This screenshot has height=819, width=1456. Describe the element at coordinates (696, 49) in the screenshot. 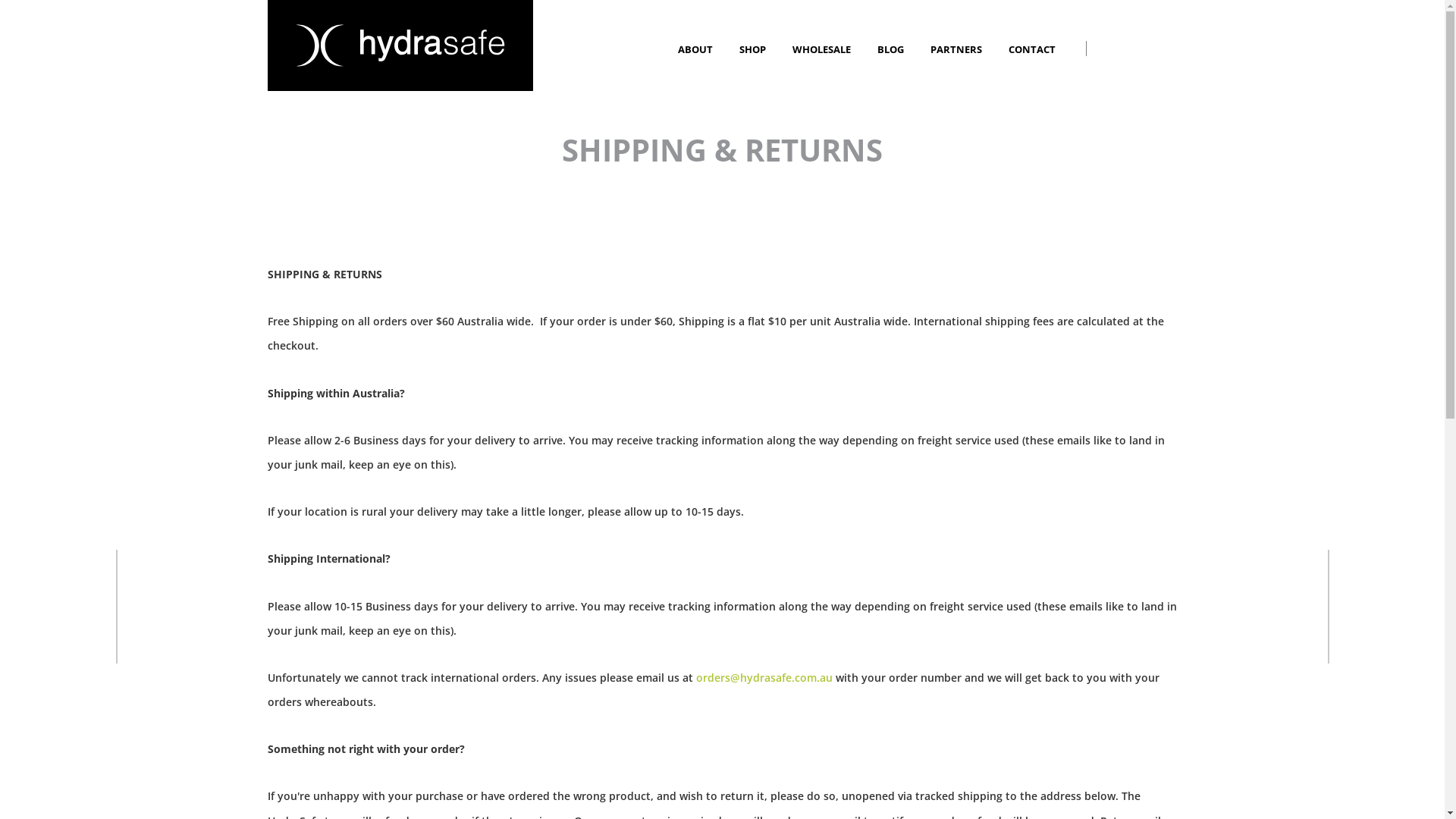

I see `'ABOUT'` at that location.